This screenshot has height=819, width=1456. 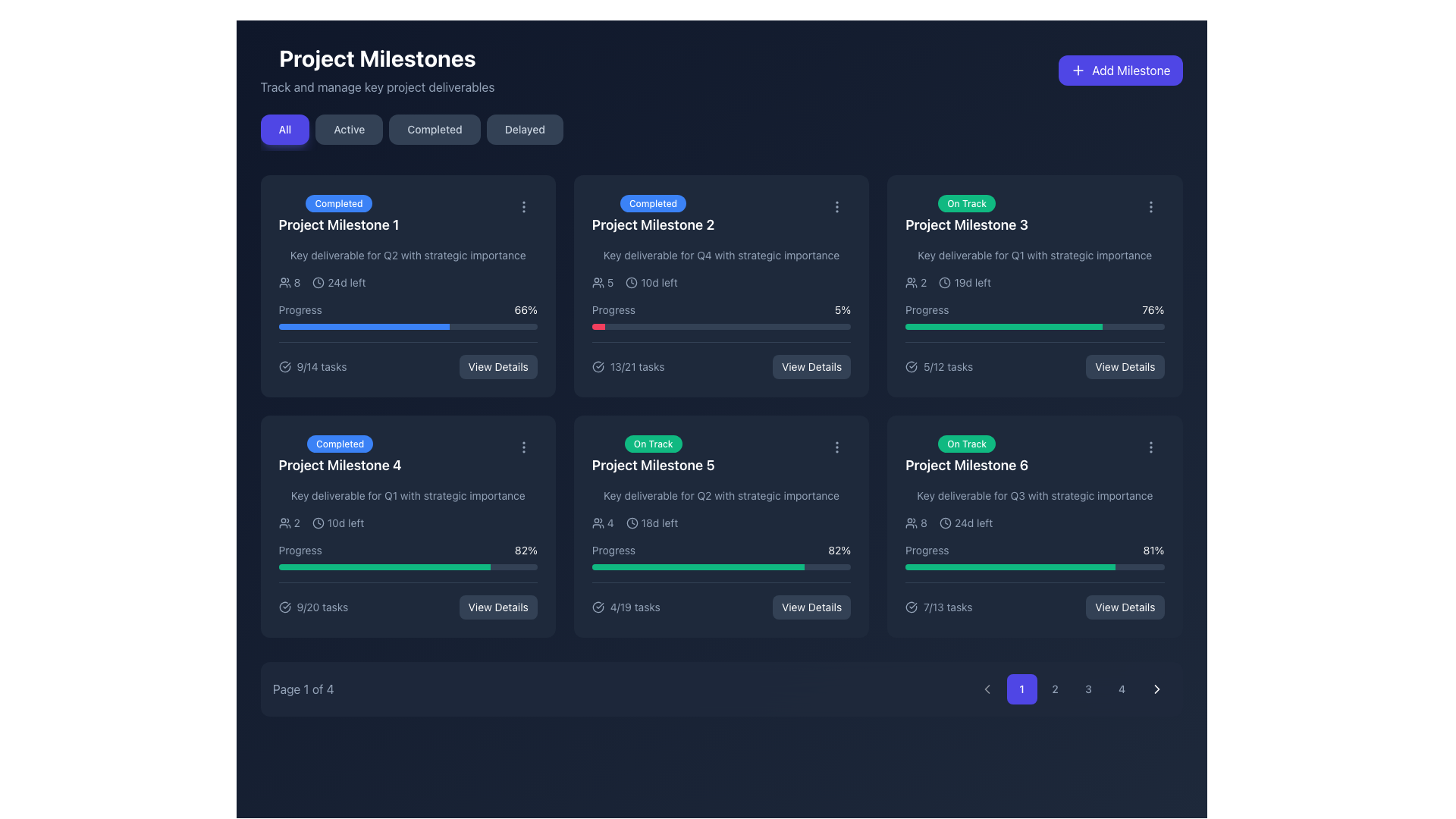 What do you see at coordinates (338, 283) in the screenshot?
I see `information displayed within the section showing a clock icon and the text '24d left', located in the top-left card of the project milestones grid` at bounding box center [338, 283].